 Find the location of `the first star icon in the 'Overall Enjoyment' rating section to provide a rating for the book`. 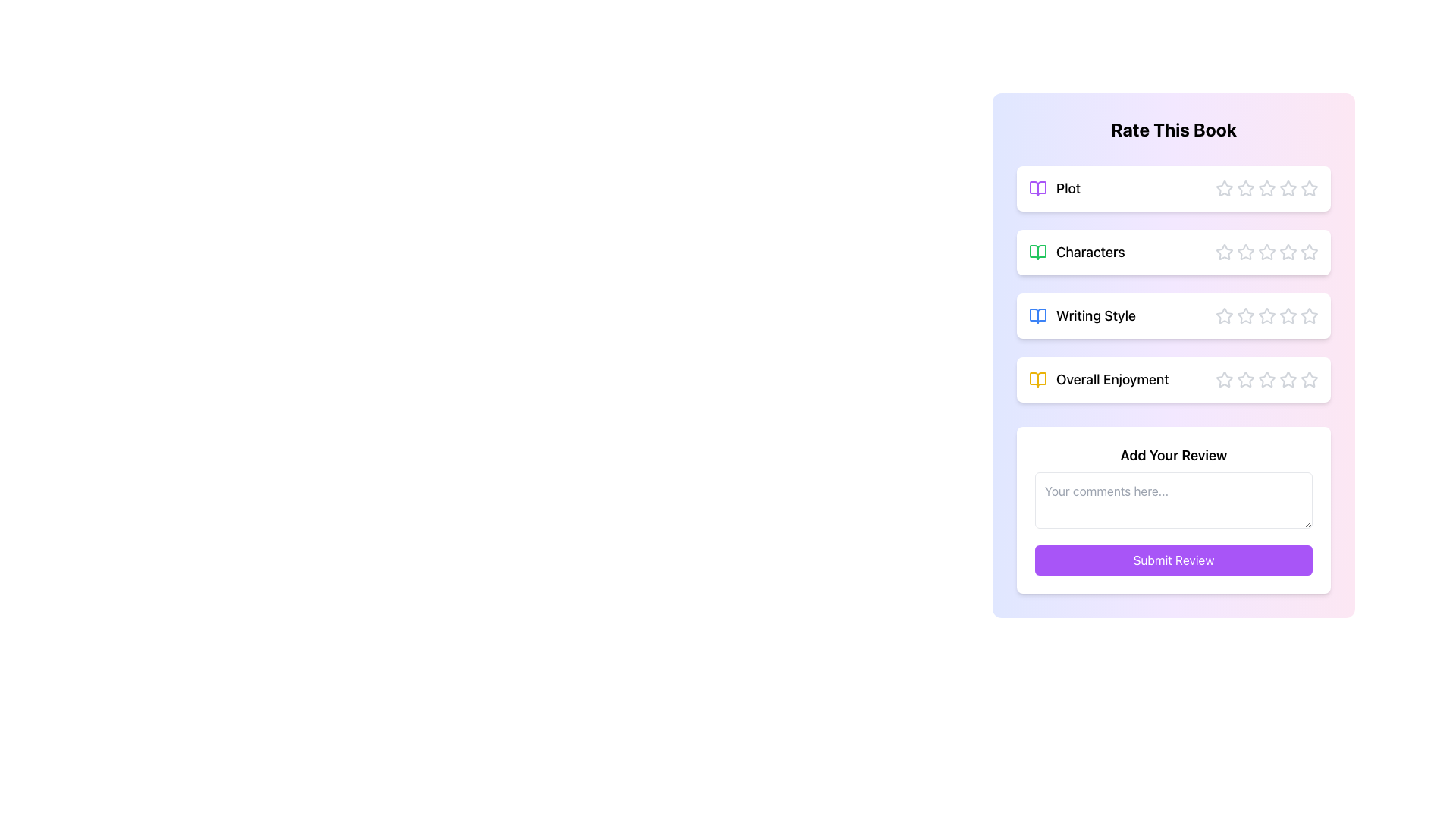

the first star icon in the 'Overall Enjoyment' rating section to provide a rating for the book is located at coordinates (1224, 379).